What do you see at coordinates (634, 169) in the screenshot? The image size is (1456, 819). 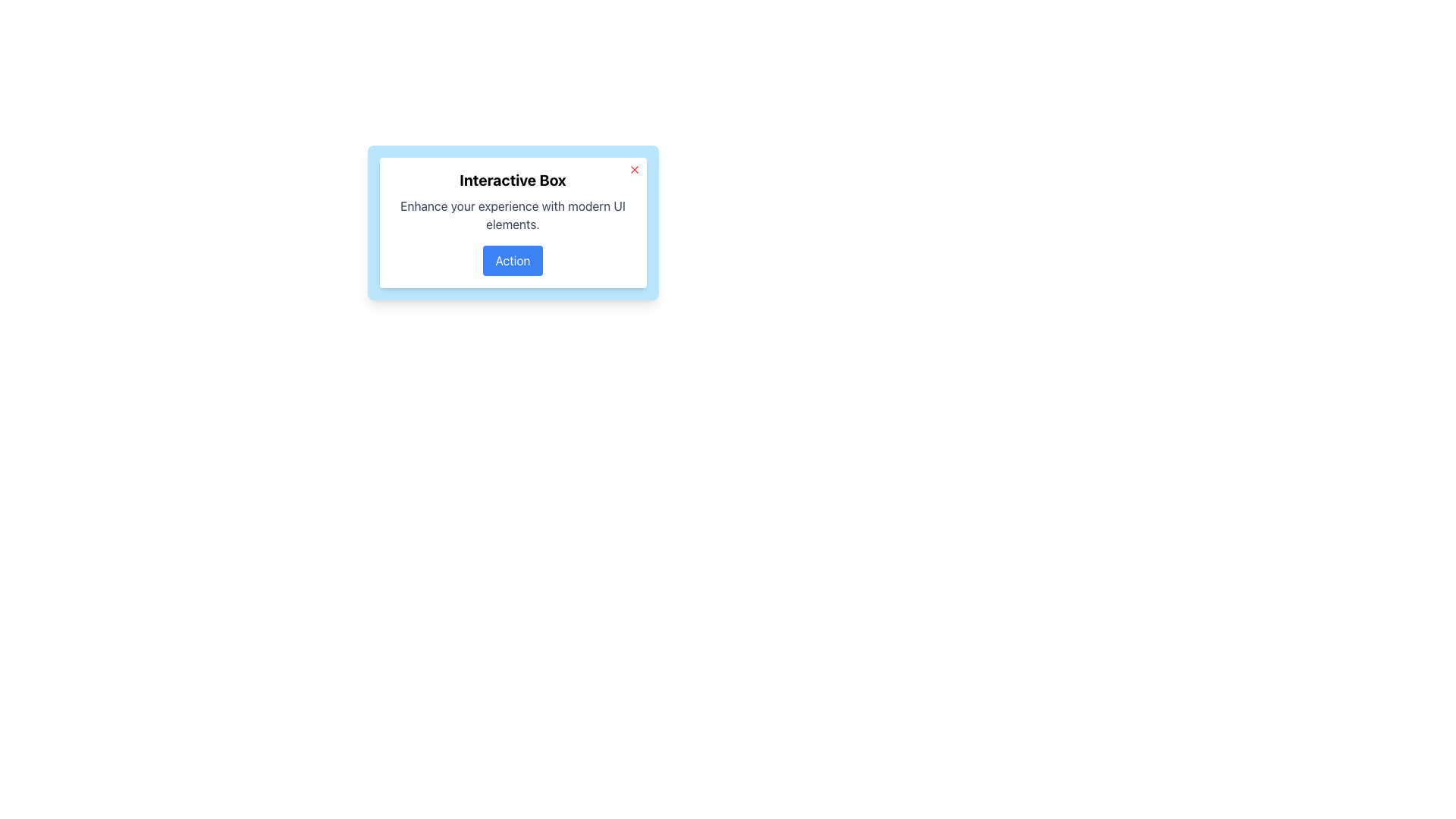 I see `the small square icon button with a red 'X' located at the top-right corner of the 'Interactive Box' card` at bounding box center [634, 169].